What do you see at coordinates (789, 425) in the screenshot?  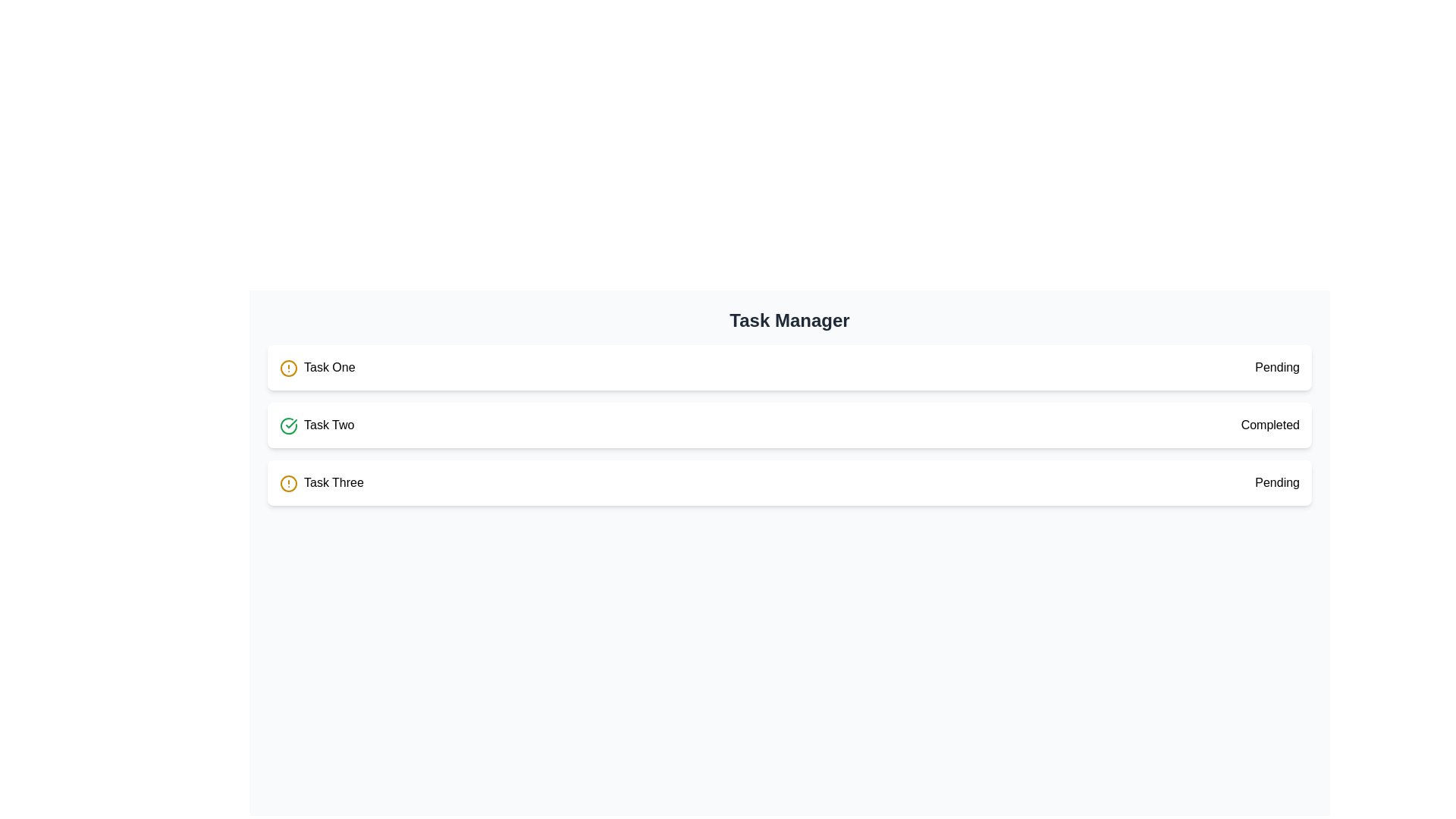 I see `the list item representing 'Task Two', which shows its name and completion status, to initiate potential interactions` at bounding box center [789, 425].